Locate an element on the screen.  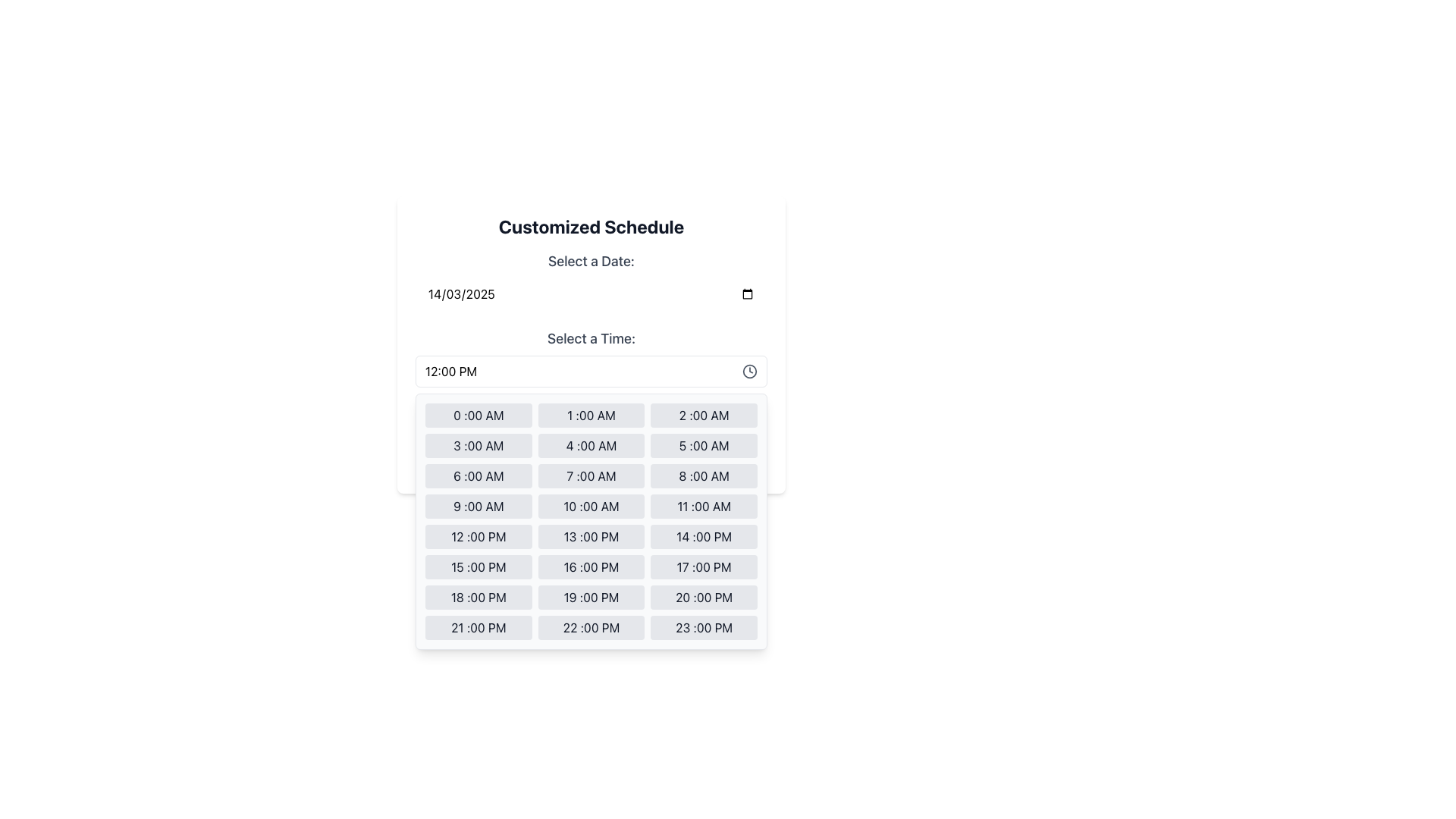
the button labeled '18 :00 PM' which is the 19th button in a grid layout of 24 buttons representing hourly times is located at coordinates (478, 596).